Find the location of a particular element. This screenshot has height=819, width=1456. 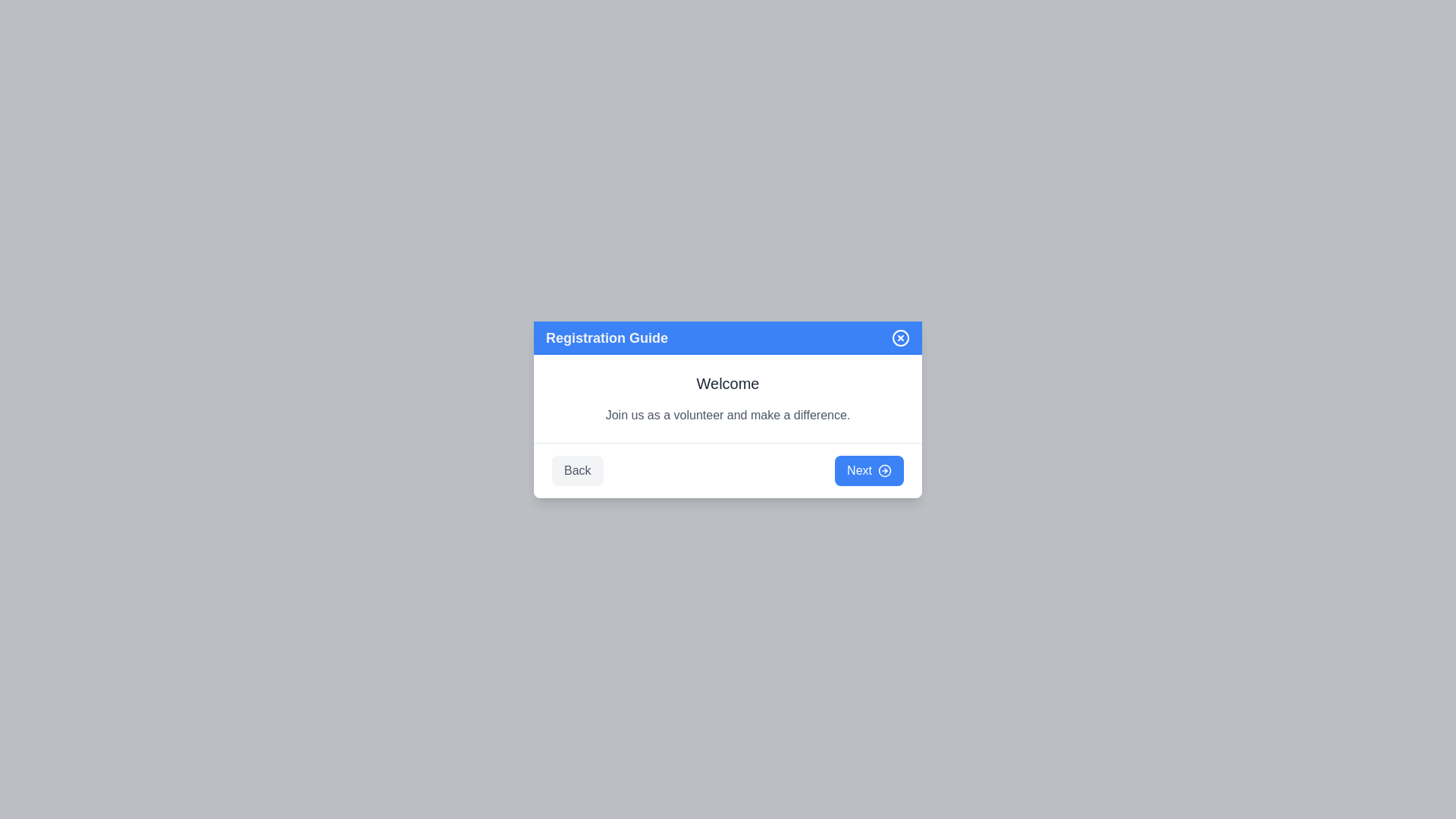

the blue and white circle icon located to the right of the 'Next' button in the 'Registration Guide' interface to interact with it is located at coordinates (884, 470).